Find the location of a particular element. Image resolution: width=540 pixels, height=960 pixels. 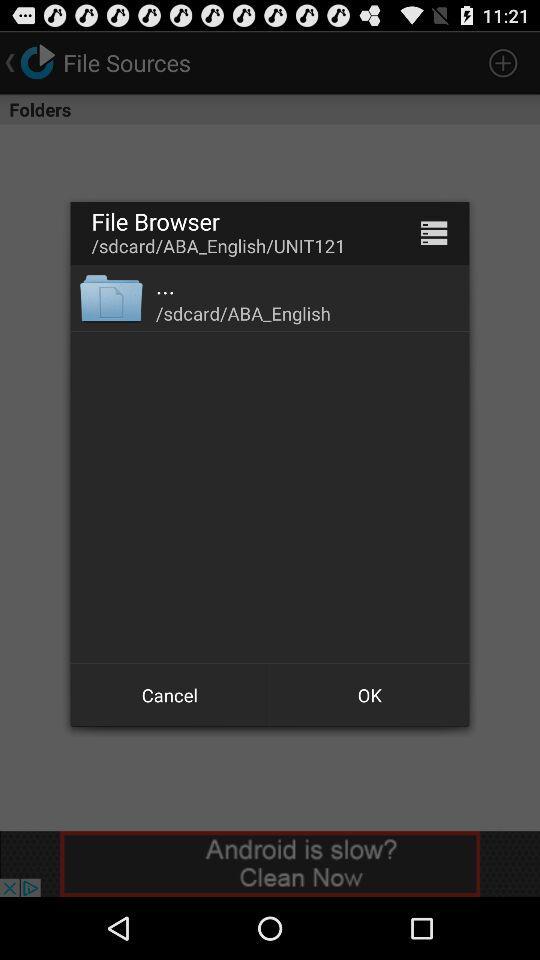

app next to the ... item is located at coordinates (111, 296).